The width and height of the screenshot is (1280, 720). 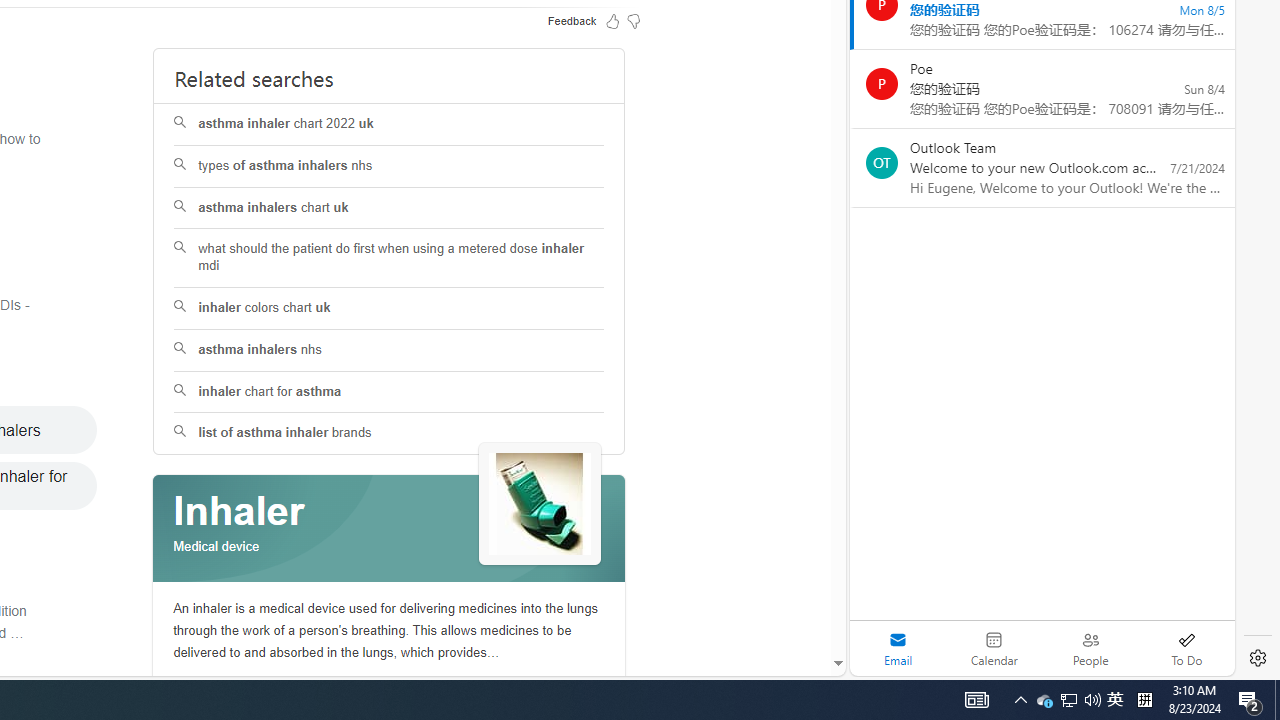 I want to click on 'Class: spl_logobg', so click(x=389, y=528).